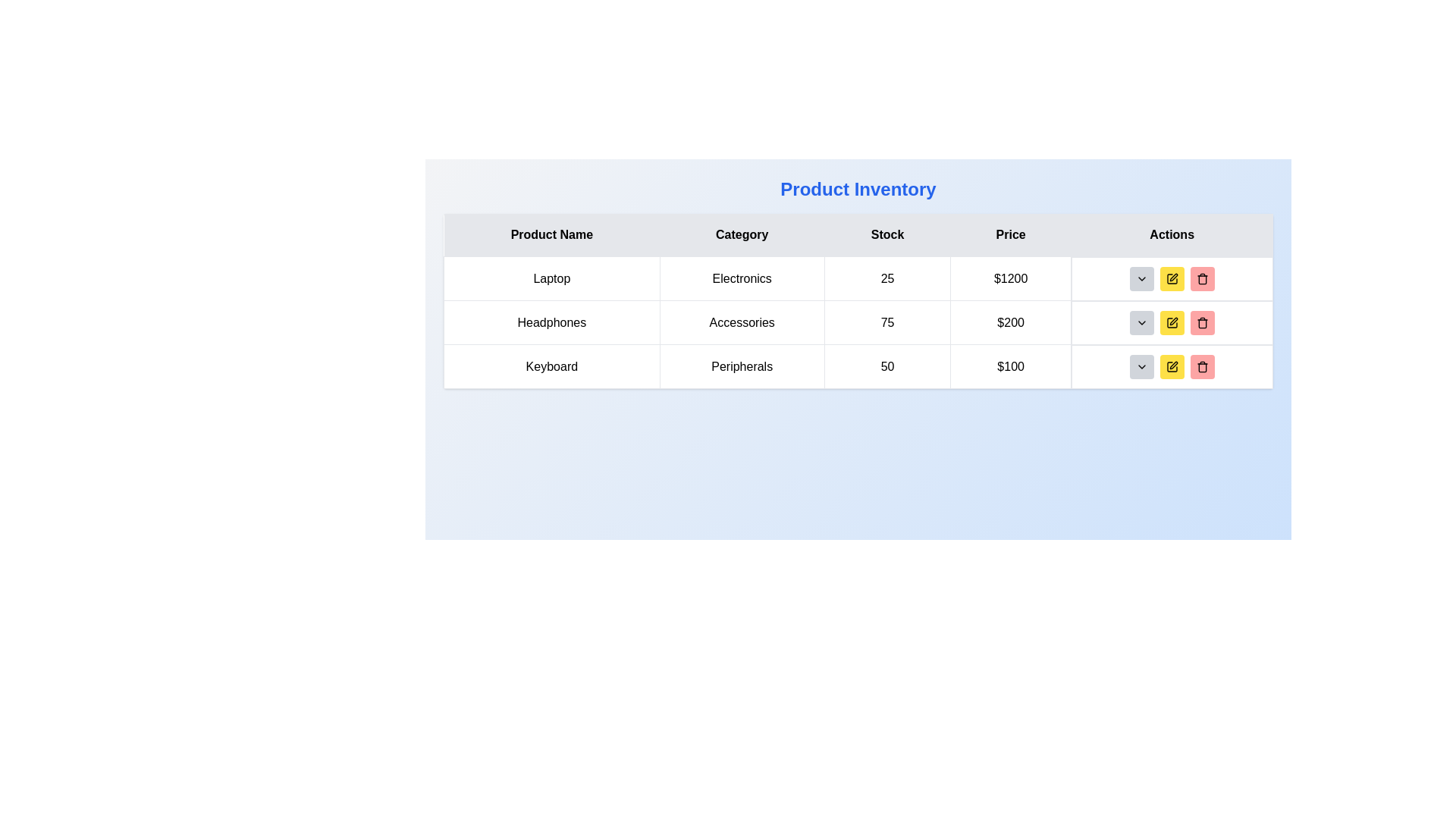 This screenshot has height=819, width=1456. I want to click on the text display showing '$100' in the 'Price' column of the third row in the table for the 'Keyboard' item, so click(1011, 366).